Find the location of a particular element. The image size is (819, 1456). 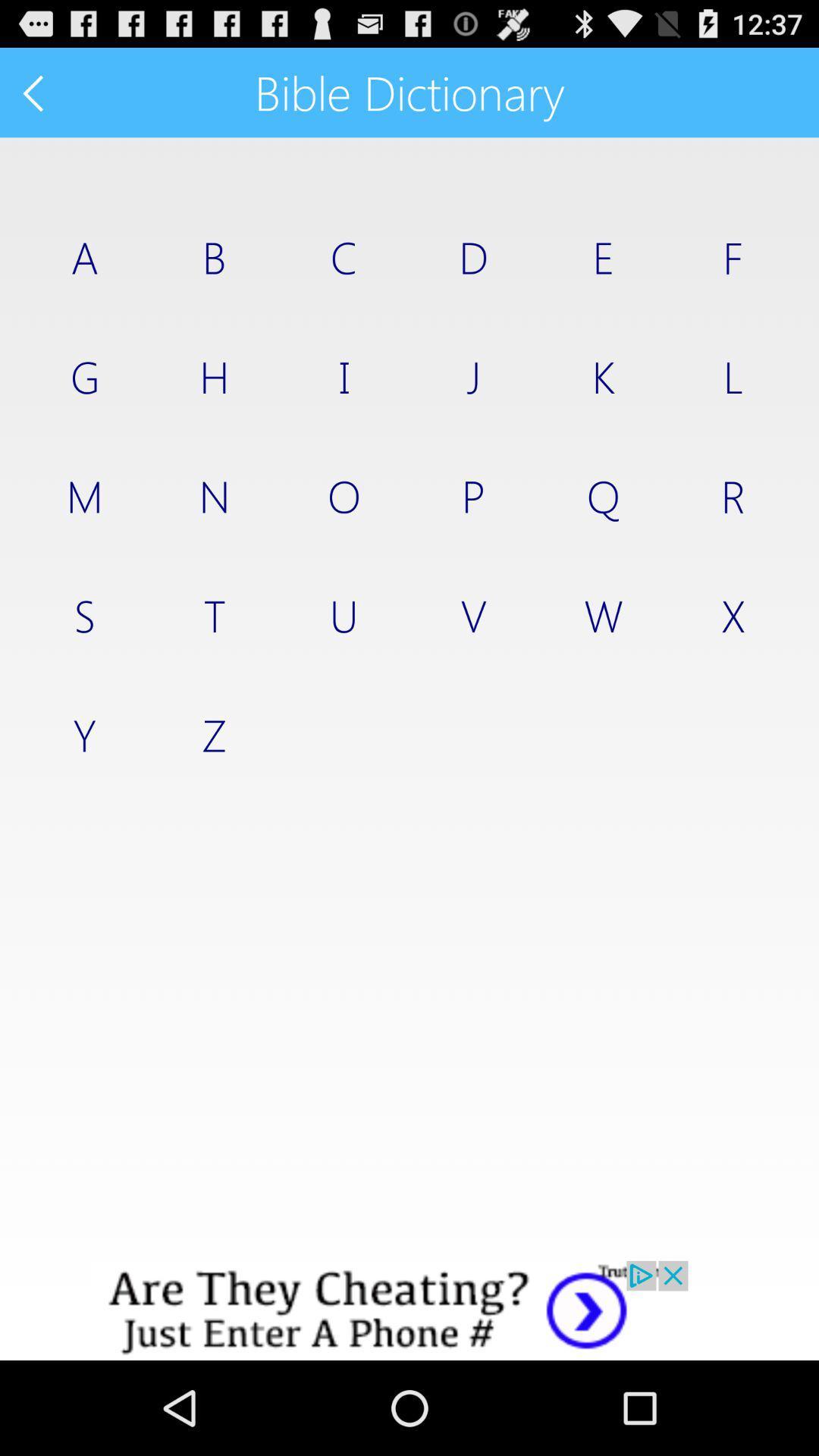

back is located at coordinates (34, 92).